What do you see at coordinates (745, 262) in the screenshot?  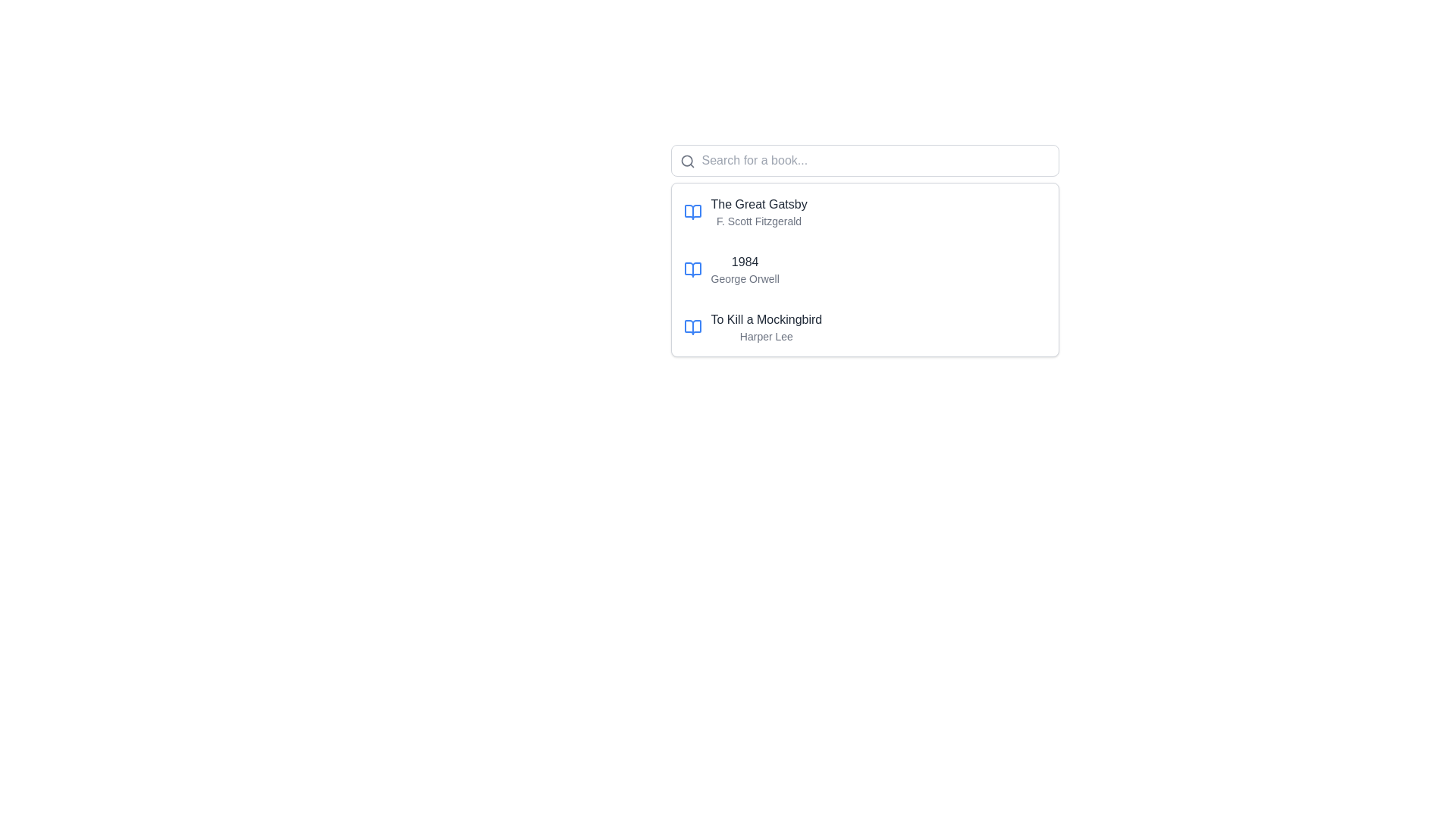 I see `static text label displaying '1984', which is styled in bold black font and positioned above 'George Orwell' in a vertical list of books` at bounding box center [745, 262].